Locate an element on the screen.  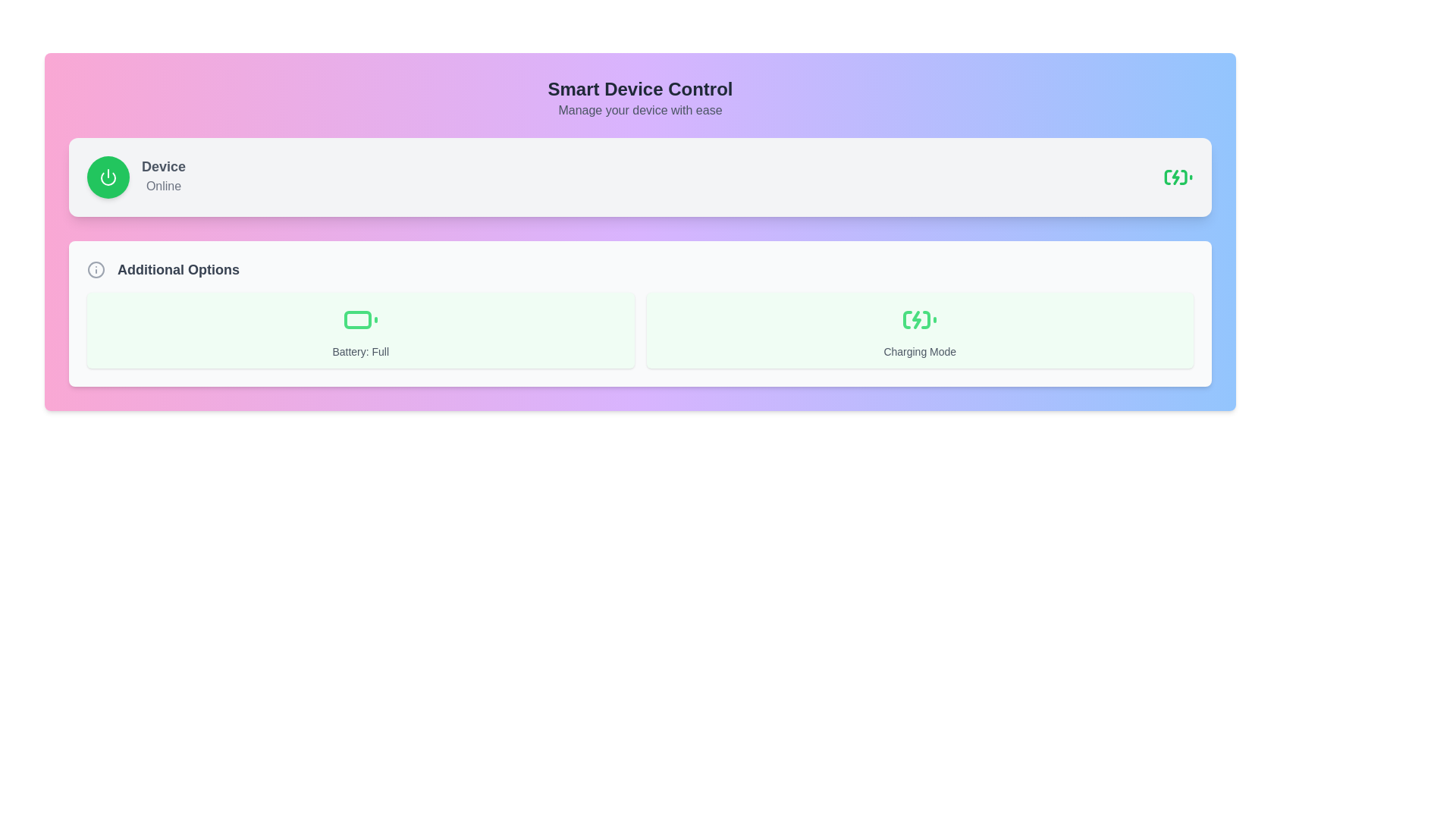
the bold gray static text label 'Device' that is prominently displayed in a larger font size within a card, located in the upper left corner above the smaller text 'Online' is located at coordinates (164, 166).